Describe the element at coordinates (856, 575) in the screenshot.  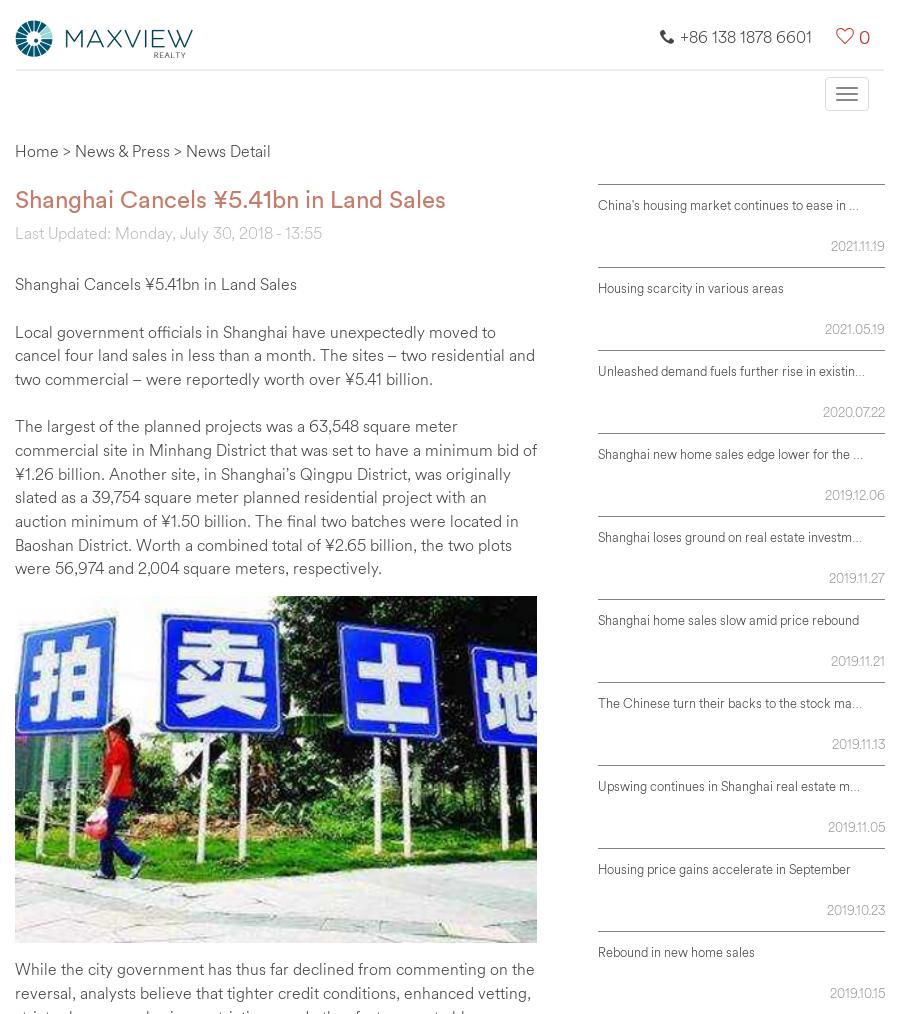
I see `'2019.11.27'` at that location.